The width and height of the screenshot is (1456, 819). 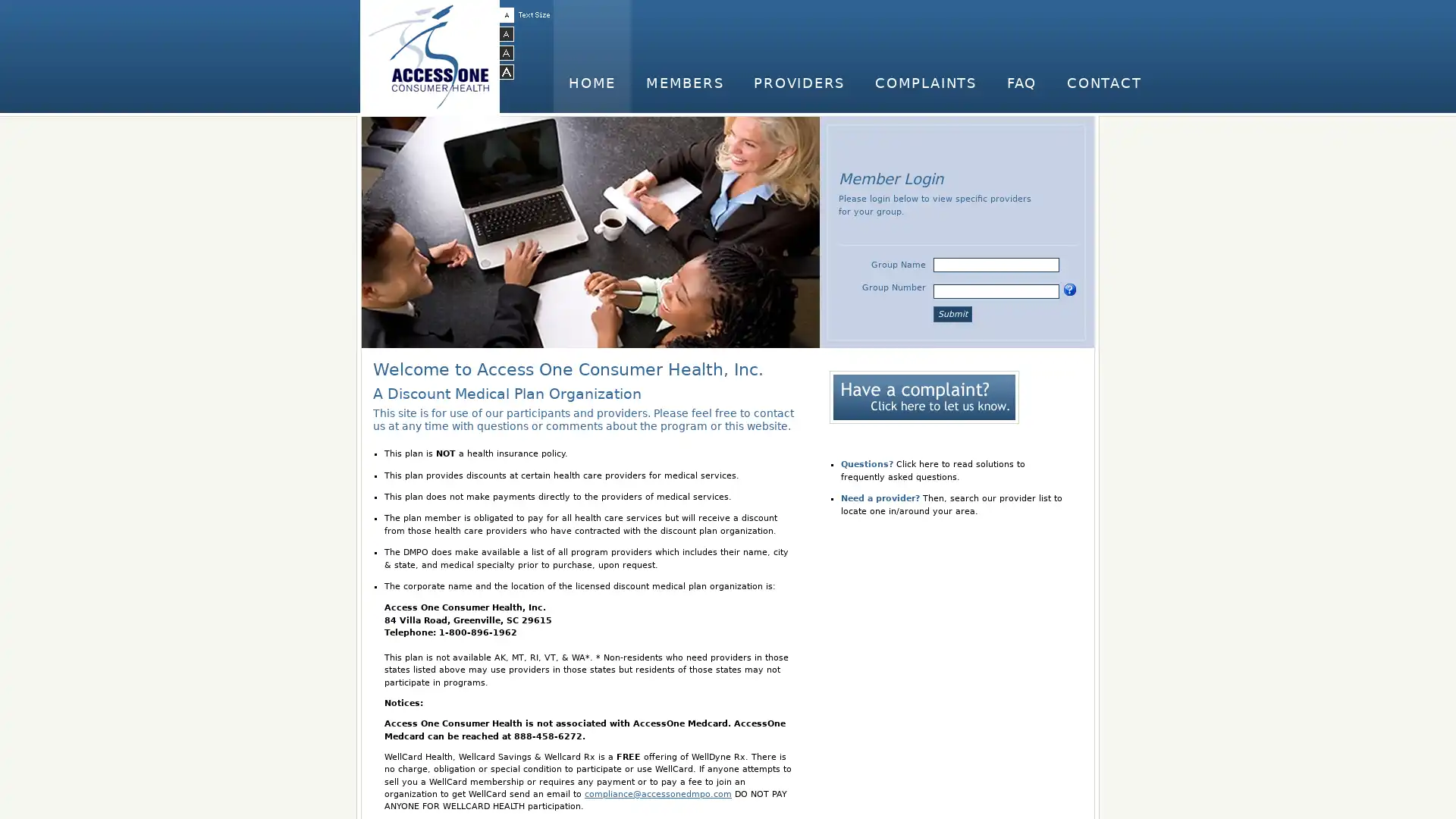 I want to click on Submit, so click(x=952, y=312).